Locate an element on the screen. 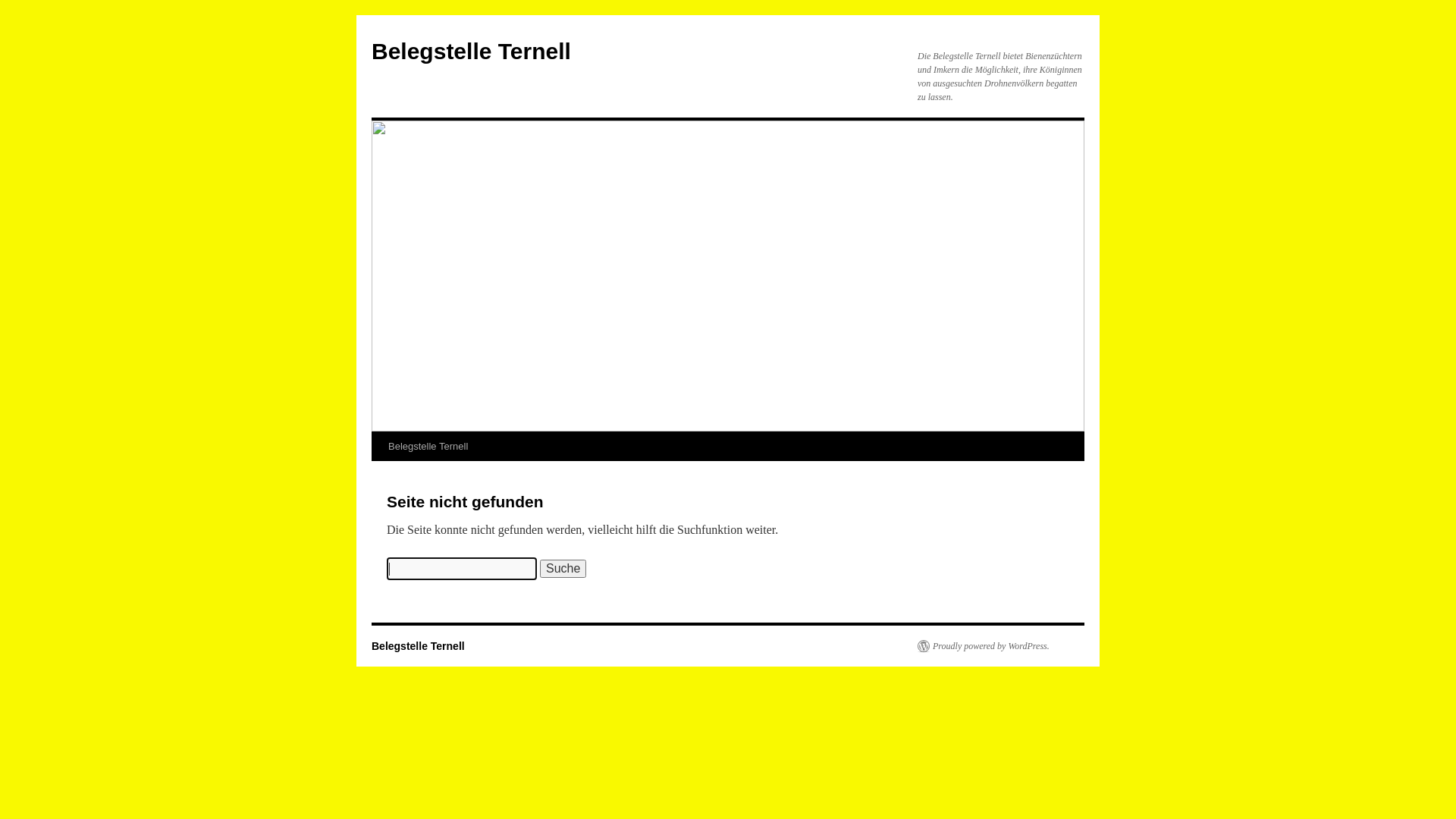 Image resolution: width=1456 pixels, height=819 pixels. 'Zum Inhalt springen' is located at coordinates (378, 473).